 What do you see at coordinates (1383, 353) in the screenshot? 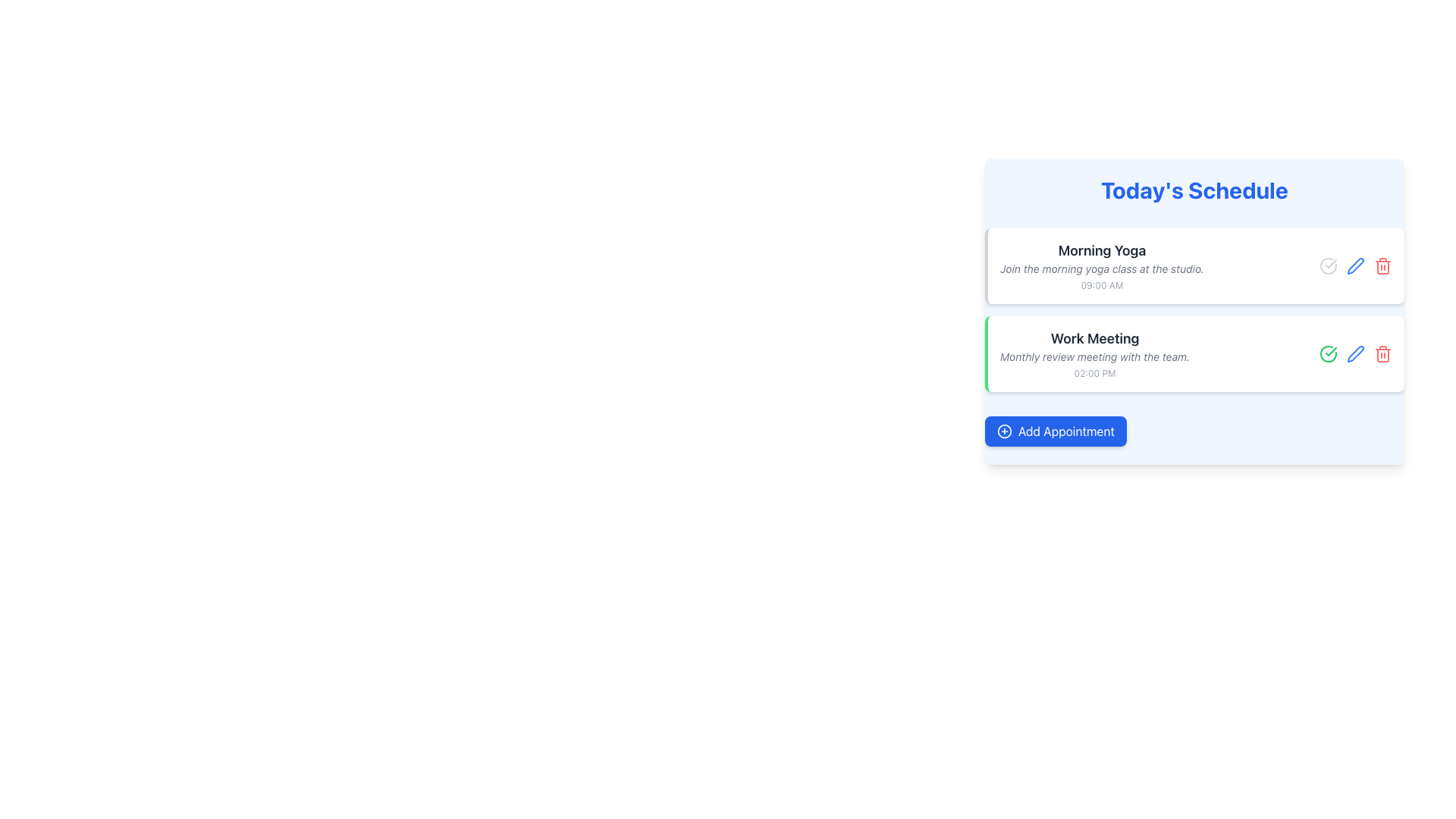
I see `the delete button icon at the right end of the horizontal row of icons within the 'Work Meeting' card` at bounding box center [1383, 353].